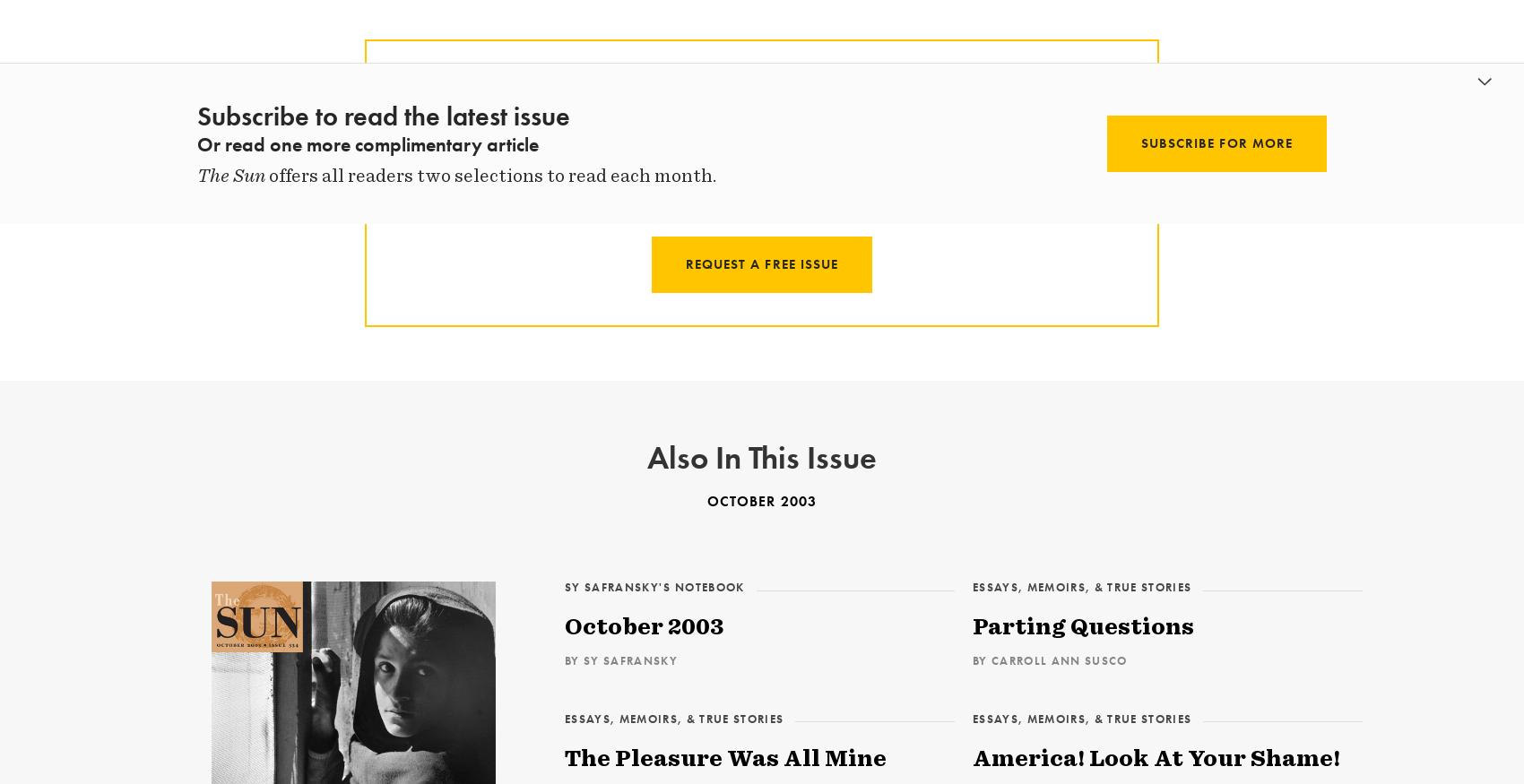 The image size is (1524, 784). I want to click on '?', so click(907, 126).